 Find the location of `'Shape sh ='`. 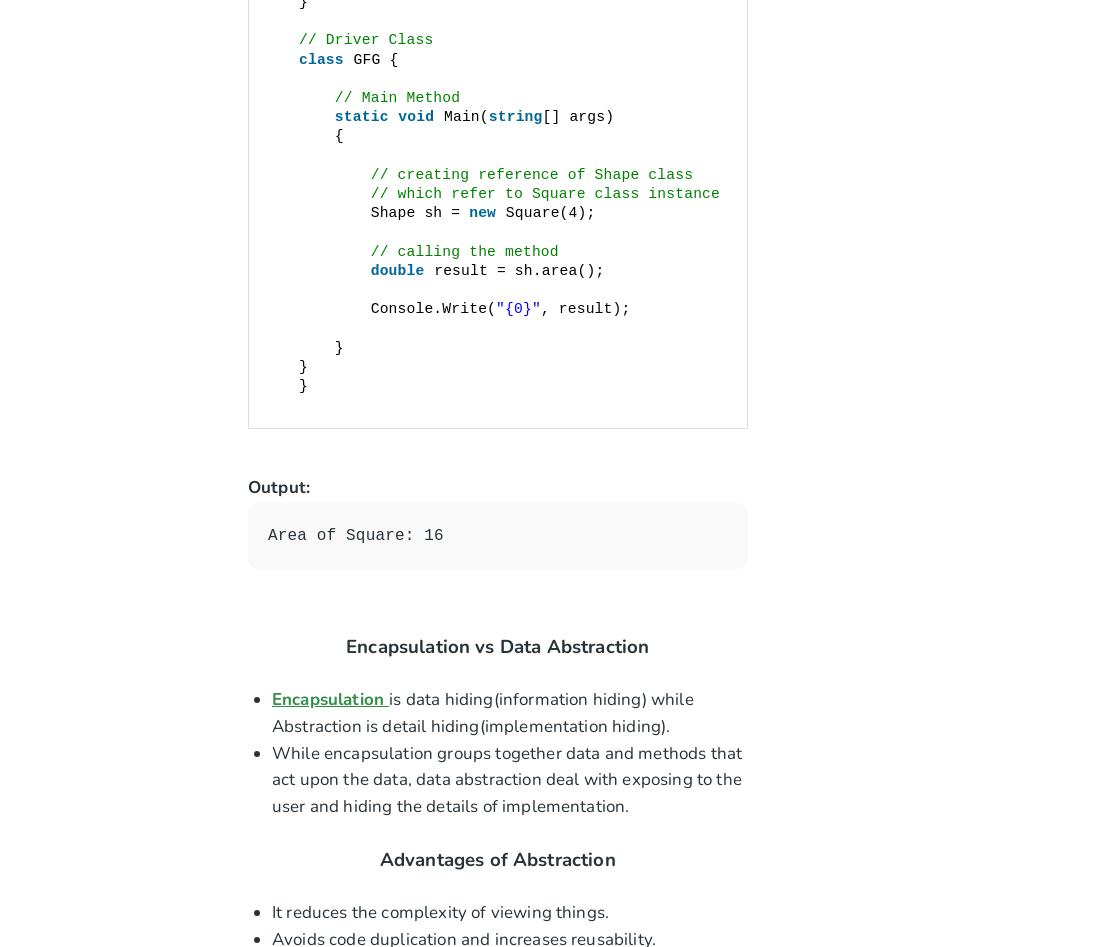

'Shape sh =' is located at coordinates (370, 212).